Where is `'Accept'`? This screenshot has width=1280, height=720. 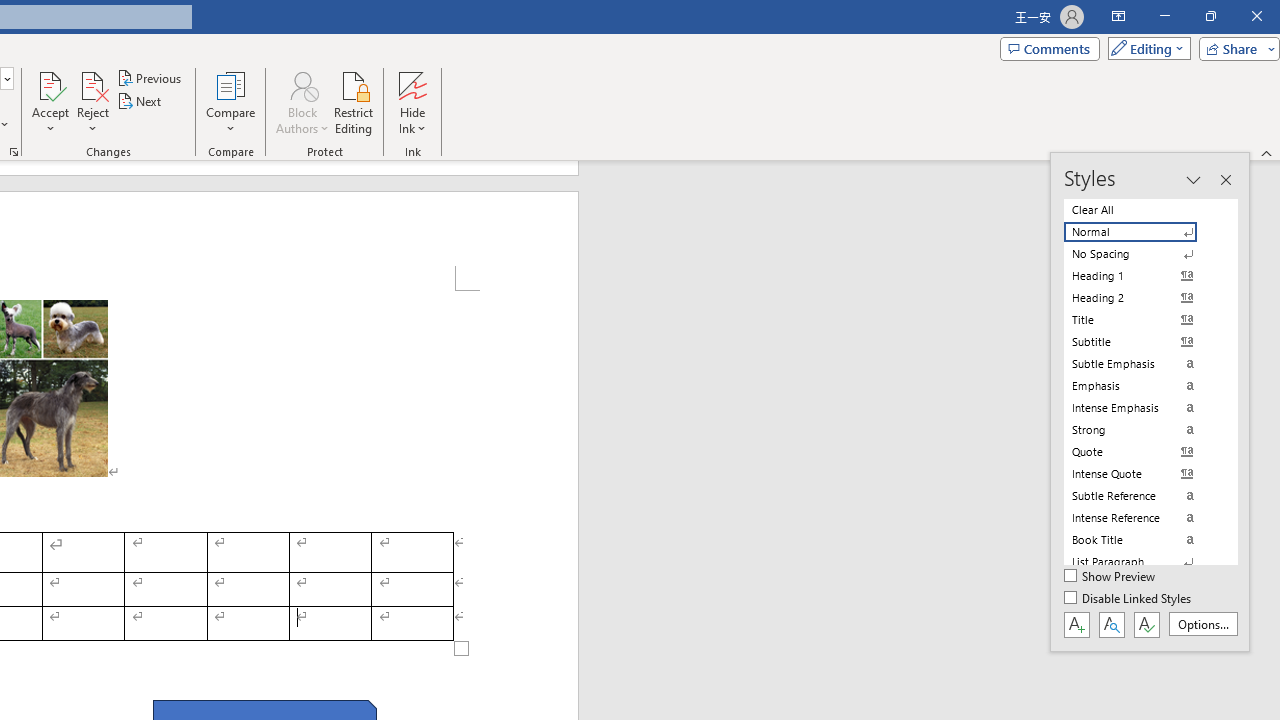
'Accept' is located at coordinates (50, 103).